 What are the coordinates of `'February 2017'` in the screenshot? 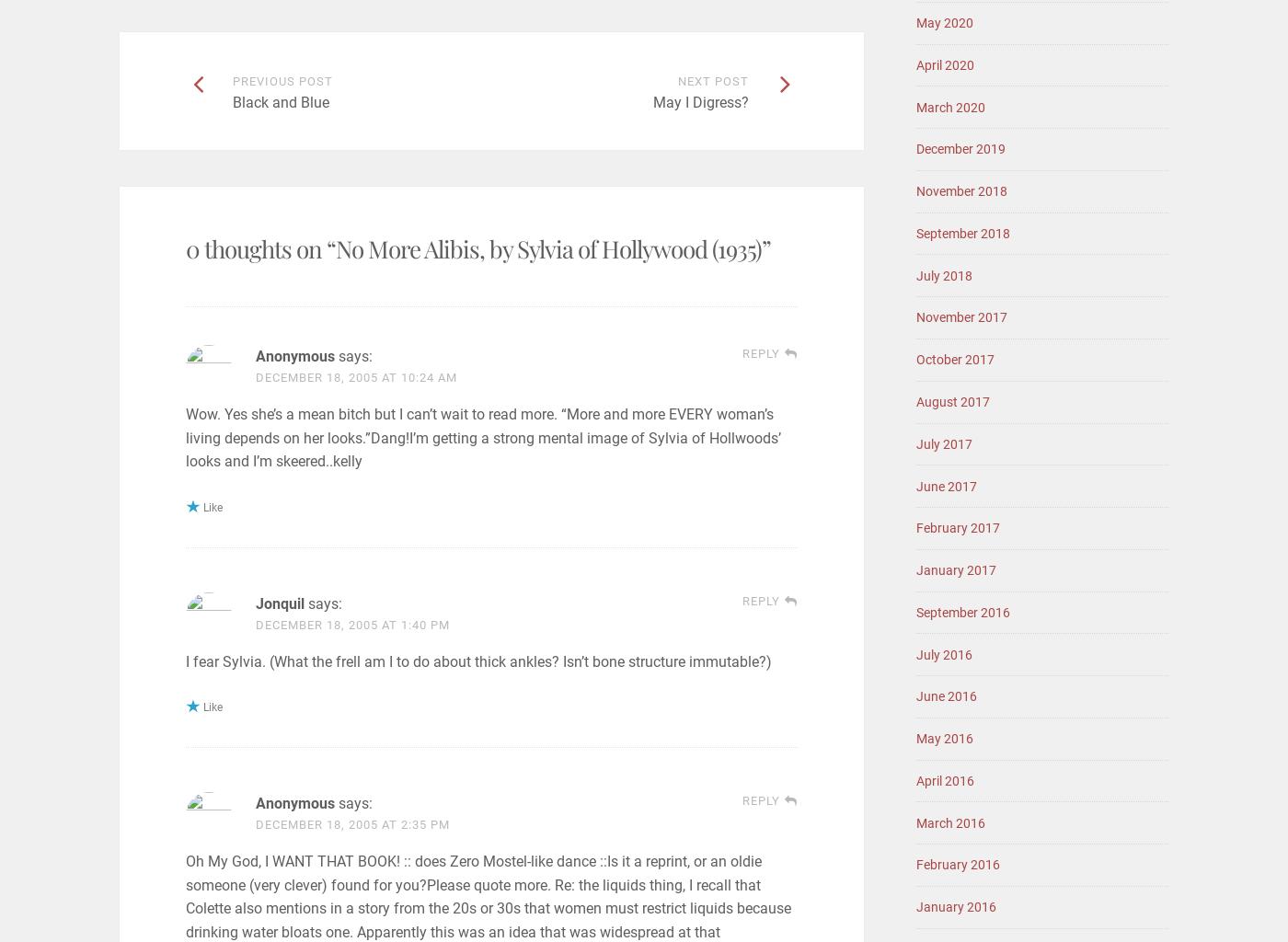 It's located at (958, 526).